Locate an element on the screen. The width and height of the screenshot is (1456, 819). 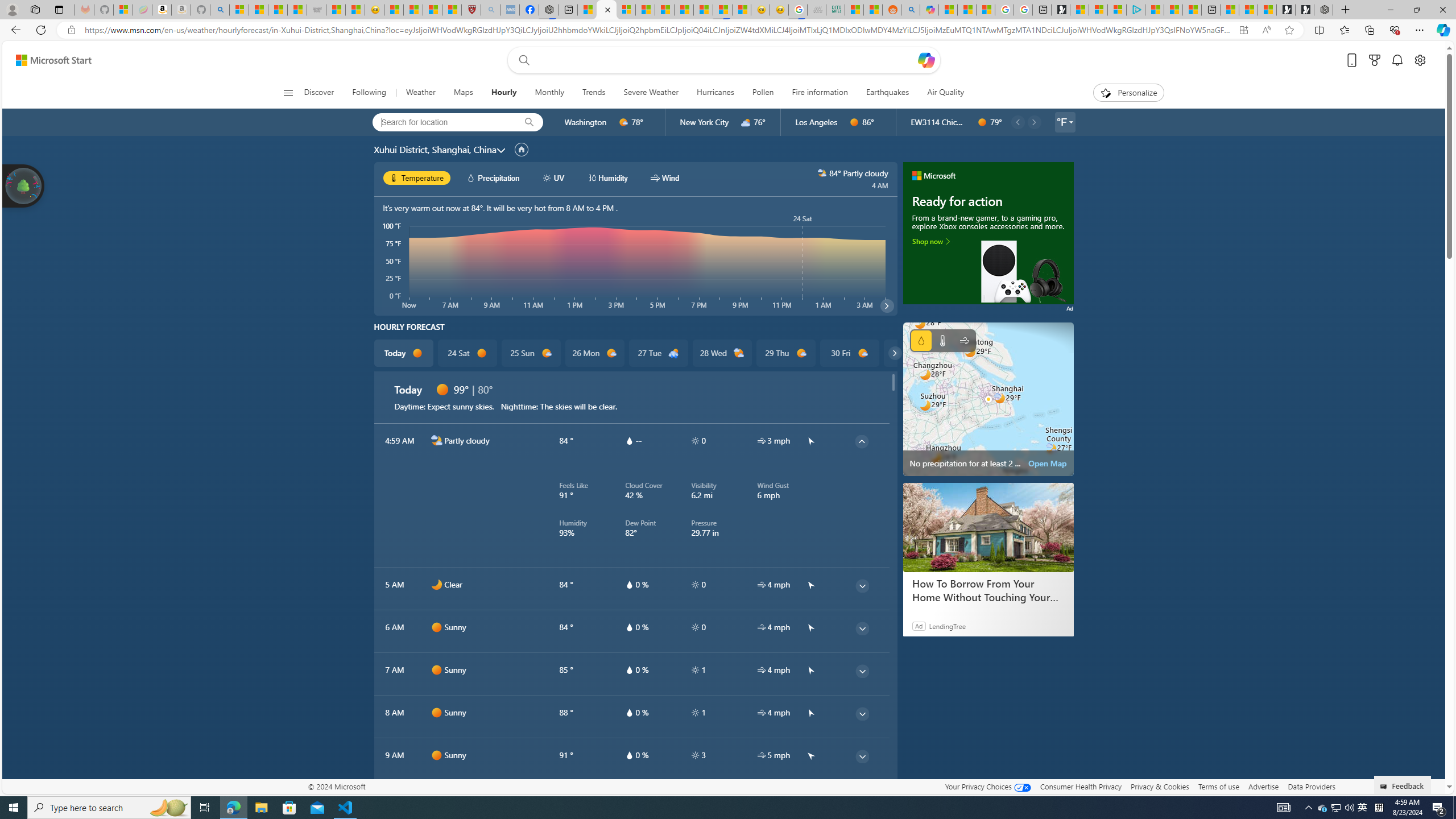
'LendingTree' is located at coordinates (946, 625).